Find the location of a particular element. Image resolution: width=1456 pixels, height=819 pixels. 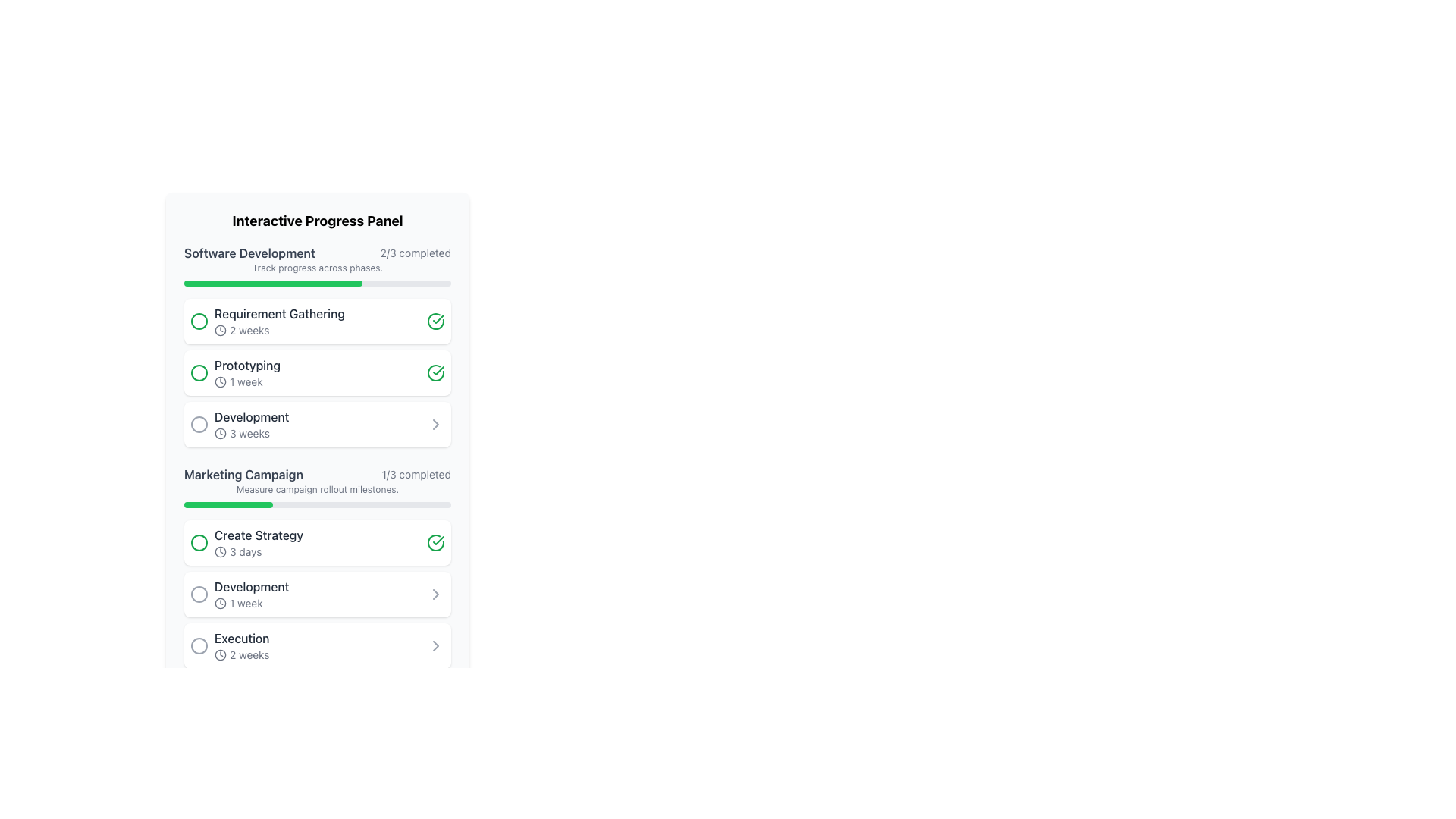

the circular SVG element styled with a stroke that resembles a clock face, located in the 'Marketing Campaign' section next to the 'Create Strategy' task and adjacent to the text '3 days' is located at coordinates (220, 552).